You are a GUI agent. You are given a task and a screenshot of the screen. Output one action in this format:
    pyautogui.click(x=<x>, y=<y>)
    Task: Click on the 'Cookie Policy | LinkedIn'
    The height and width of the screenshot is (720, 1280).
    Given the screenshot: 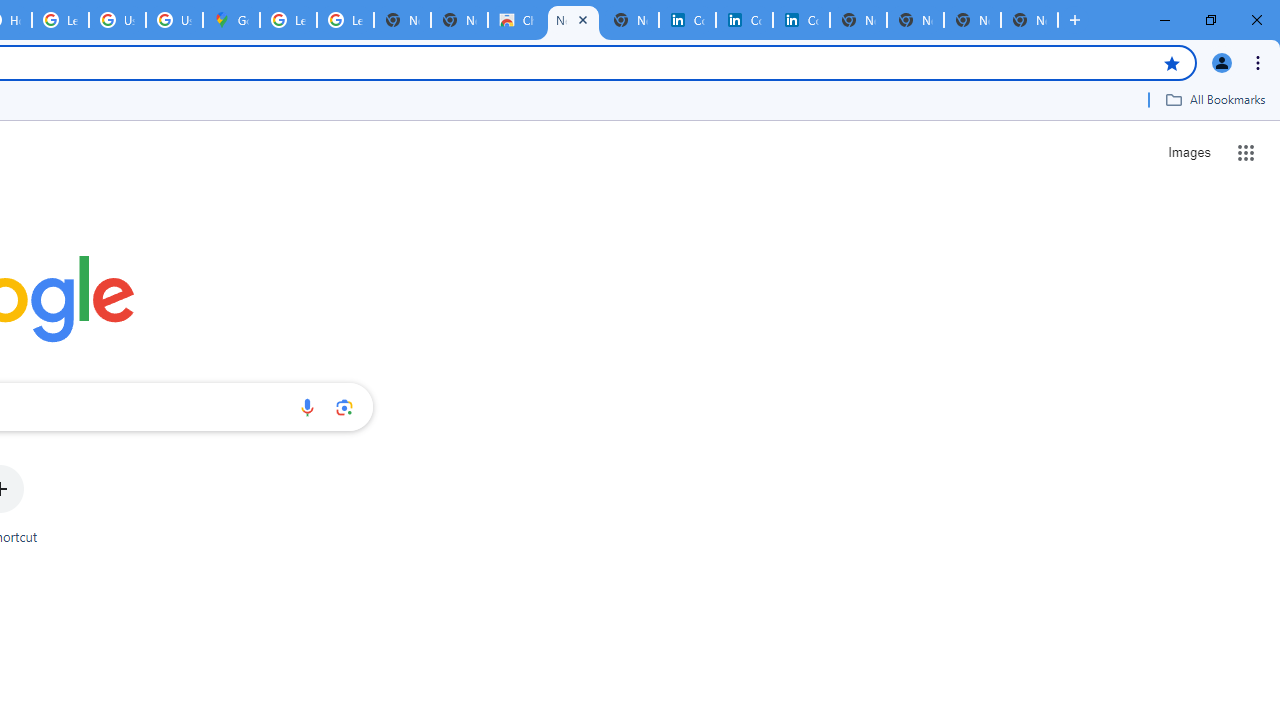 What is the action you would take?
    pyautogui.click(x=743, y=20)
    